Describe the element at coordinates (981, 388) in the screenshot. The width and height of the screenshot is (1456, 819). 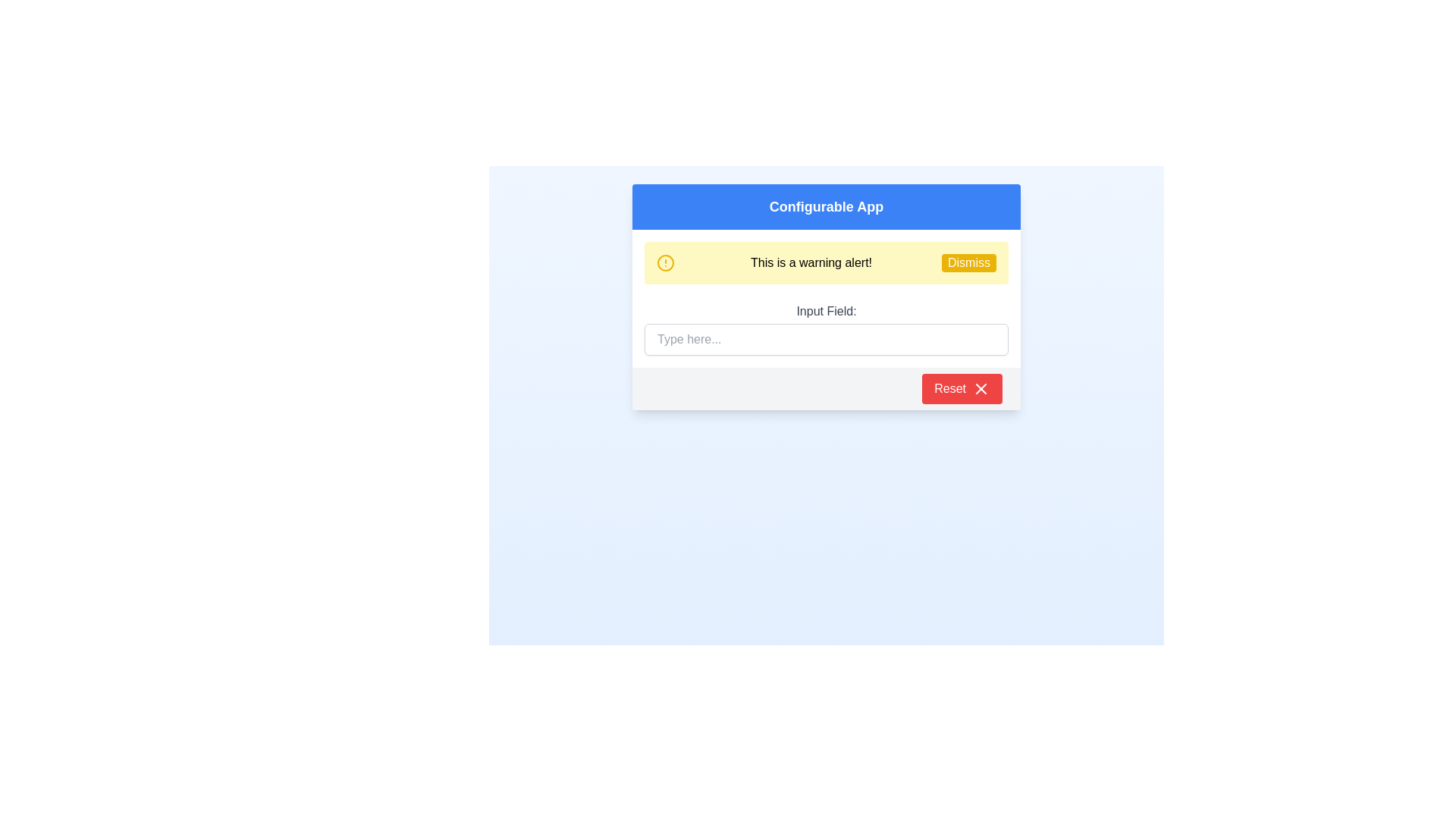
I see `the 'X' icon, which is a white icon with a rounded stroke on a red circular background located to the right of the 'Reset' button in the lower-right region of the modal dialog` at that location.